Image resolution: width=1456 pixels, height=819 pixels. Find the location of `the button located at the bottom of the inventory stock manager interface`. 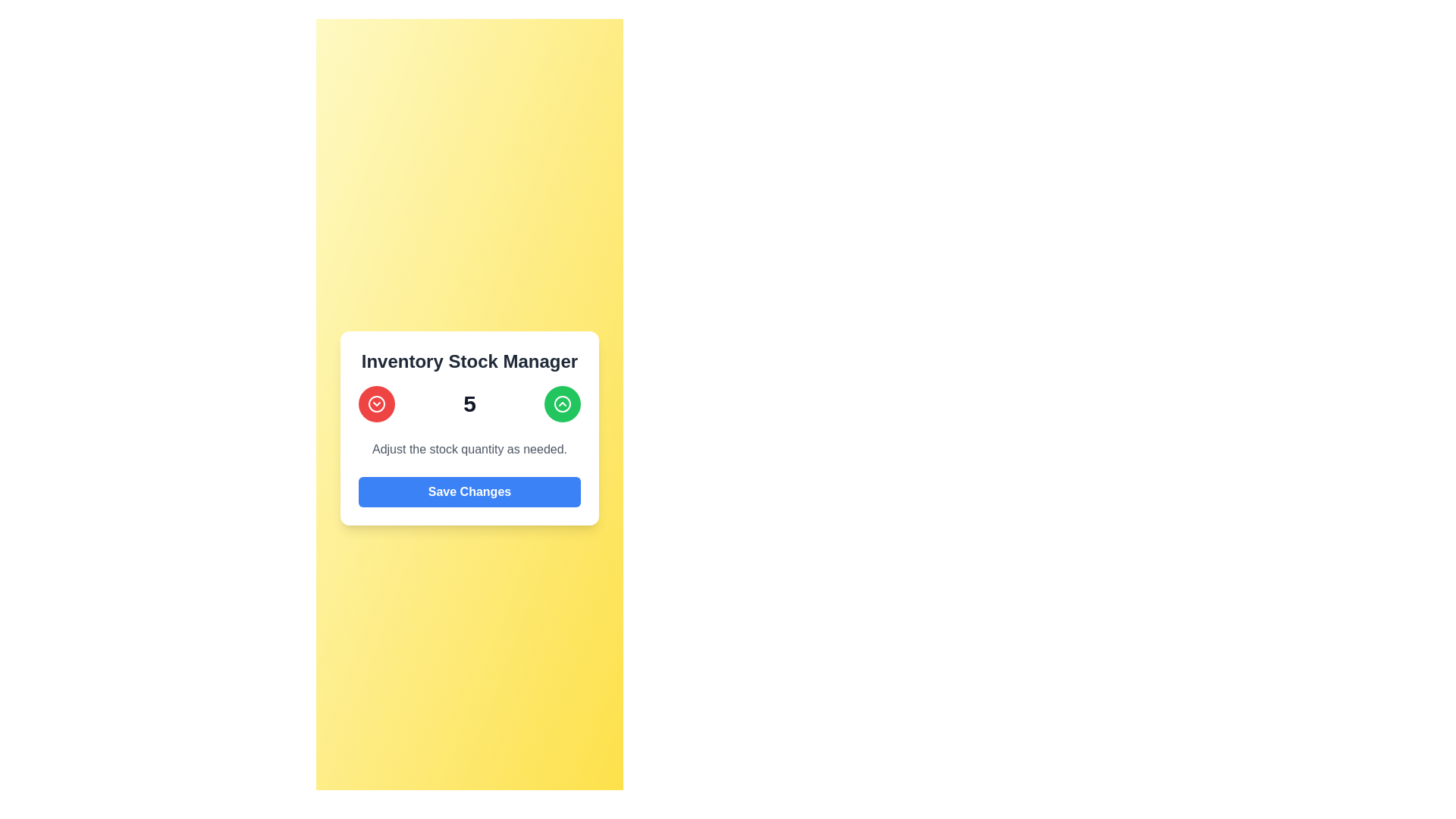

the button located at the bottom of the inventory stock manager interface is located at coordinates (469, 491).